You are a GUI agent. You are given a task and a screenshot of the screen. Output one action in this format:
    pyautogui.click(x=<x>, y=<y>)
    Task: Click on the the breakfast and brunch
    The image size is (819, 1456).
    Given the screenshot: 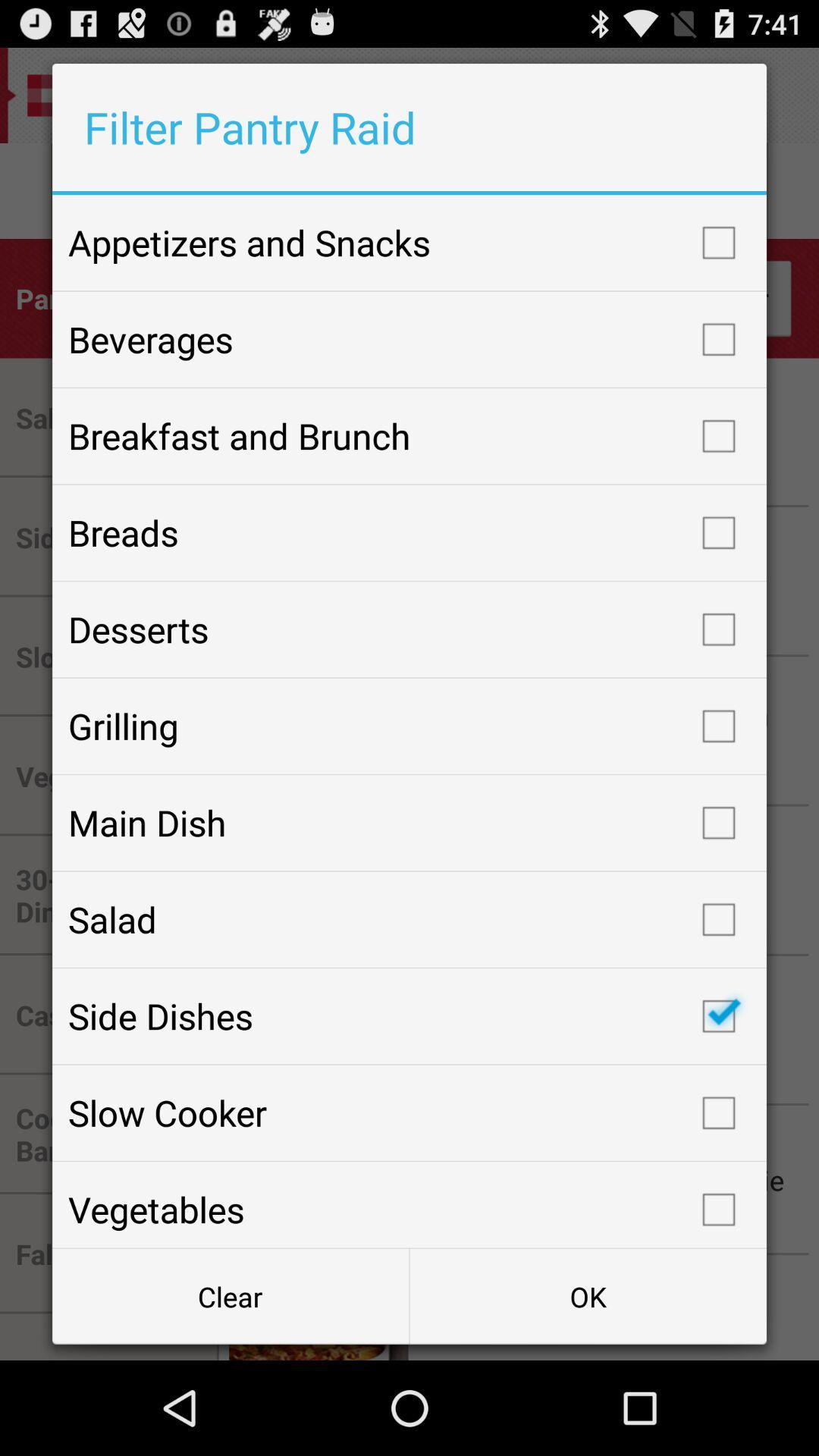 What is the action you would take?
    pyautogui.click(x=409, y=435)
    